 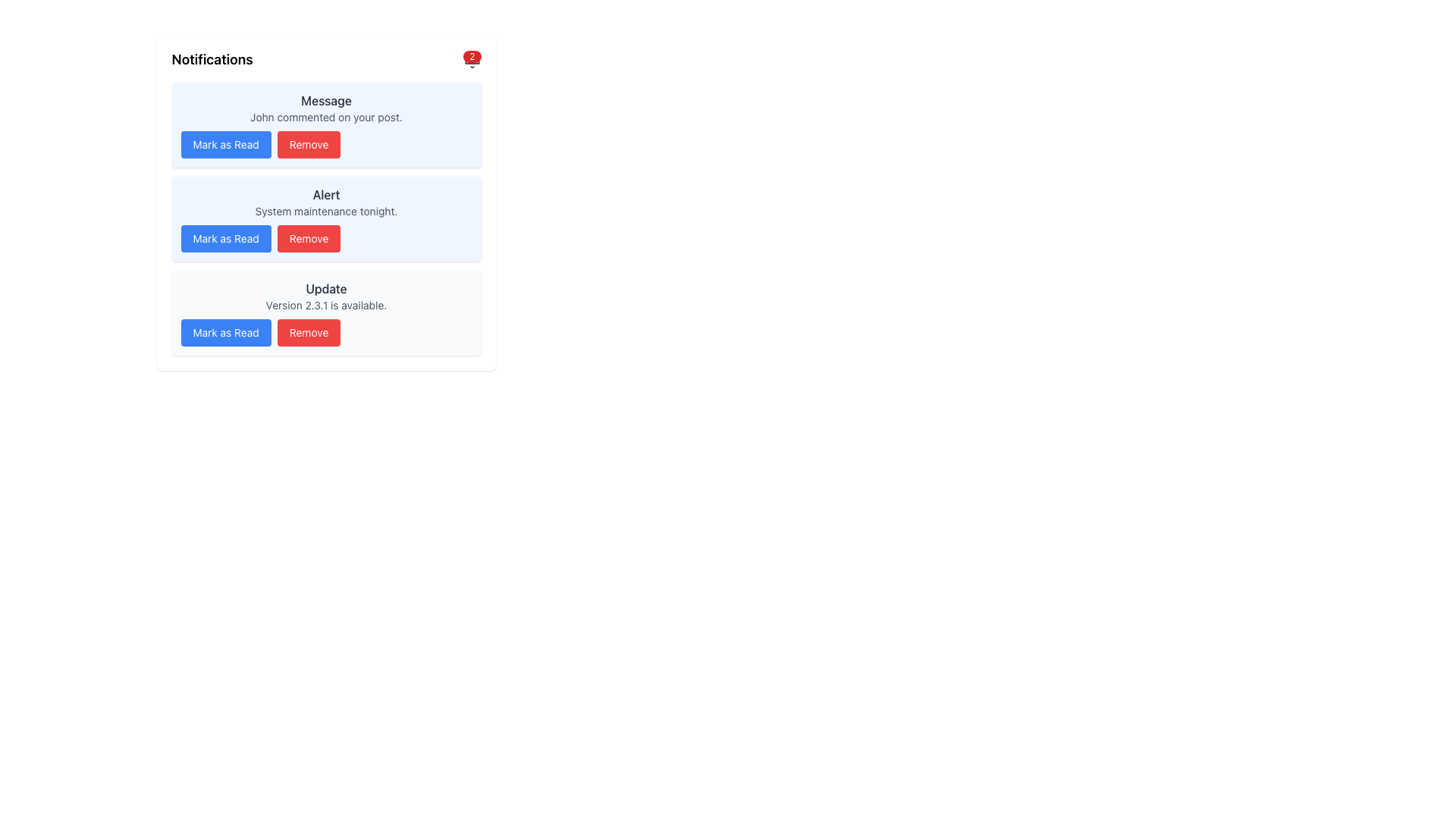 I want to click on the second button in the notification card to observe any hover effects, so click(x=308, y=332).